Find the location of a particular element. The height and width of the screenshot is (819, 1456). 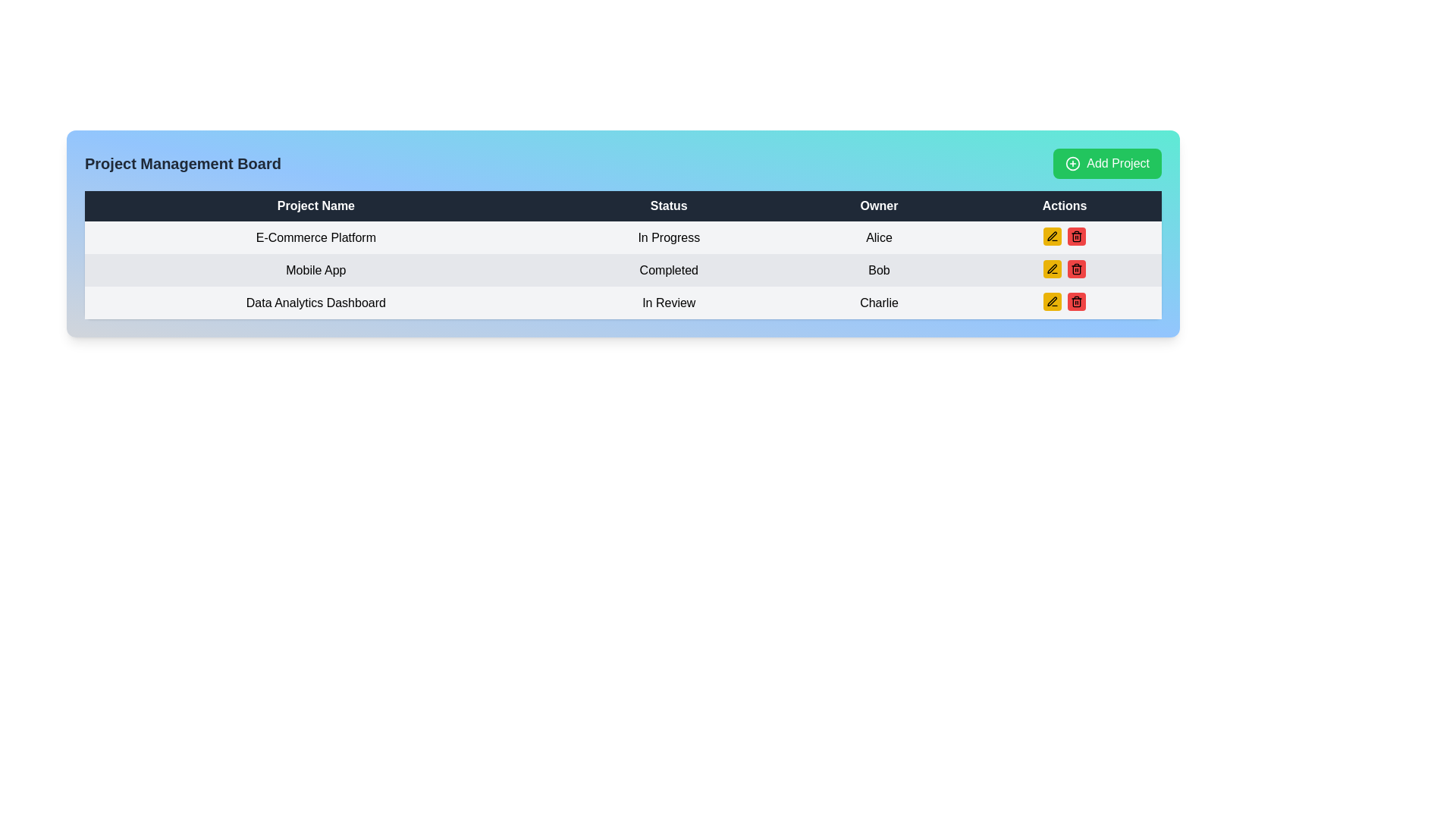

the row in the project management table that summarizes the 'Data Analytics Dashboard' project, which is currently 'In Review' and owned by 'Charlie' is located at coordinates (623, 302).